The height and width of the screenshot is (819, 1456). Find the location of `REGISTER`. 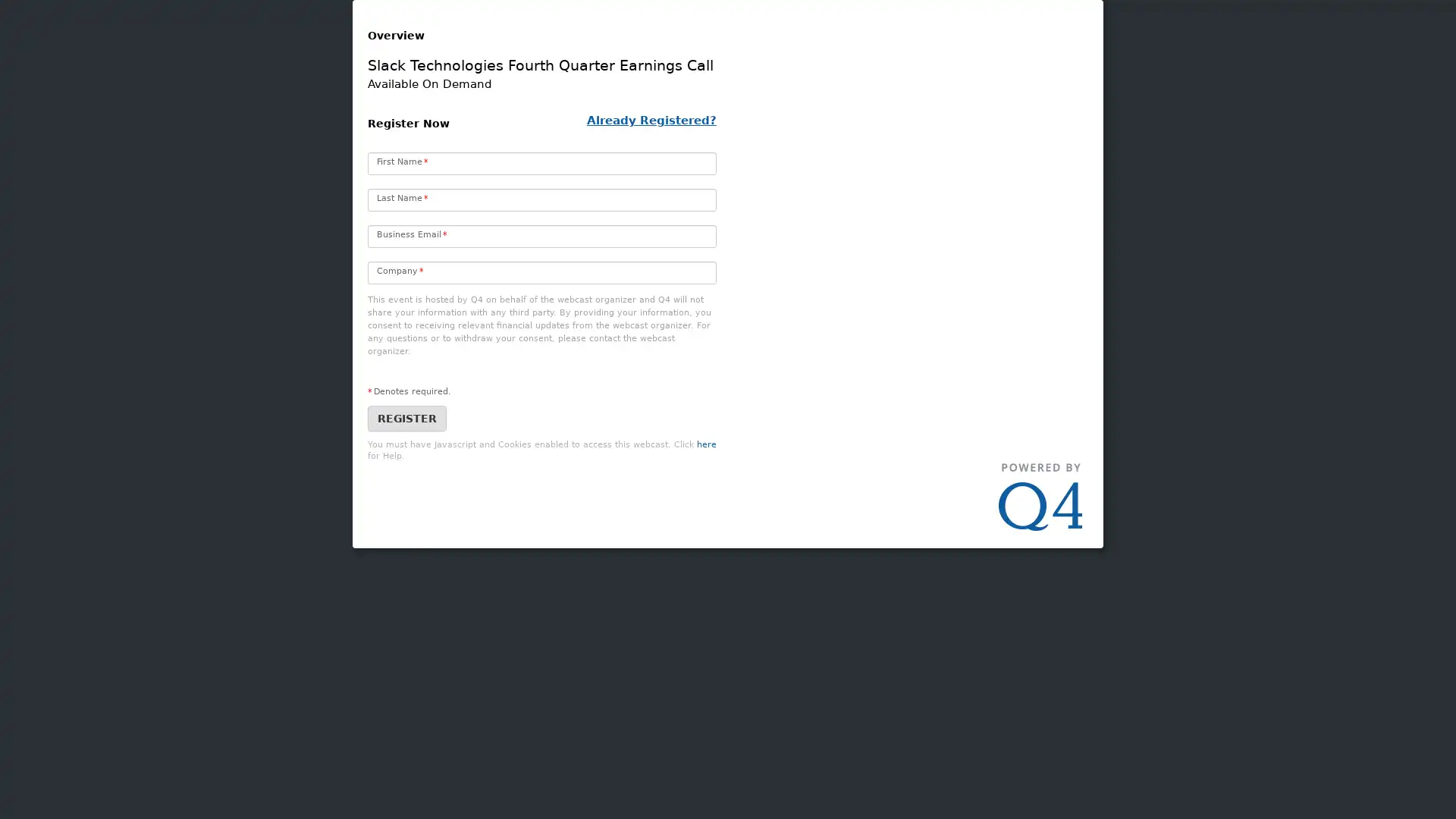

REGISTER is located at coordinates (407, 509).